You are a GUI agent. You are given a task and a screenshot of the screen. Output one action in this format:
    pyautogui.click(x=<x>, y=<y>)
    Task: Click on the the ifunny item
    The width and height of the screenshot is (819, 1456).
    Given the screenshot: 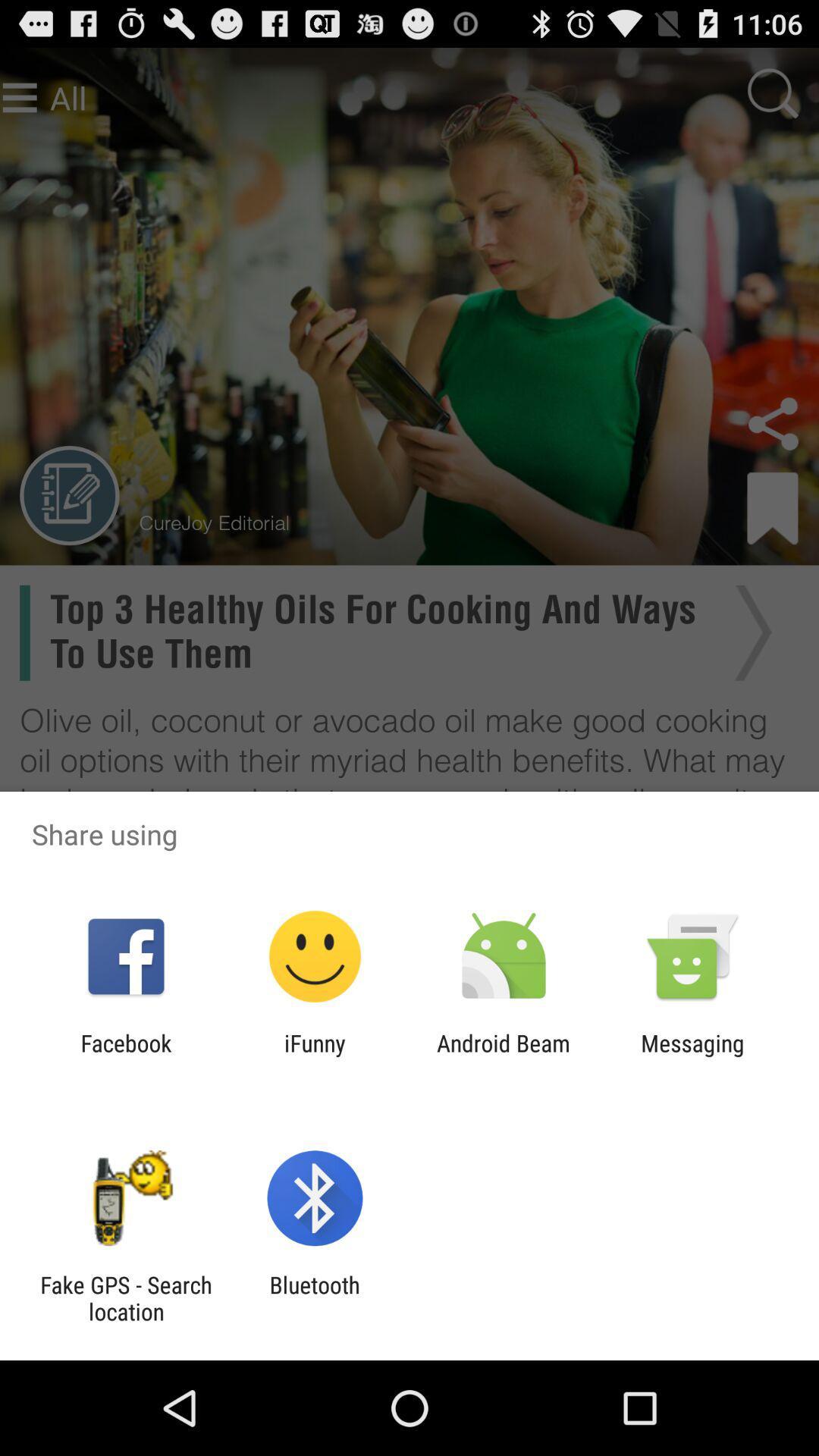 What is the action you would take?
    pyautogui.click(x=314, y=1056)
    